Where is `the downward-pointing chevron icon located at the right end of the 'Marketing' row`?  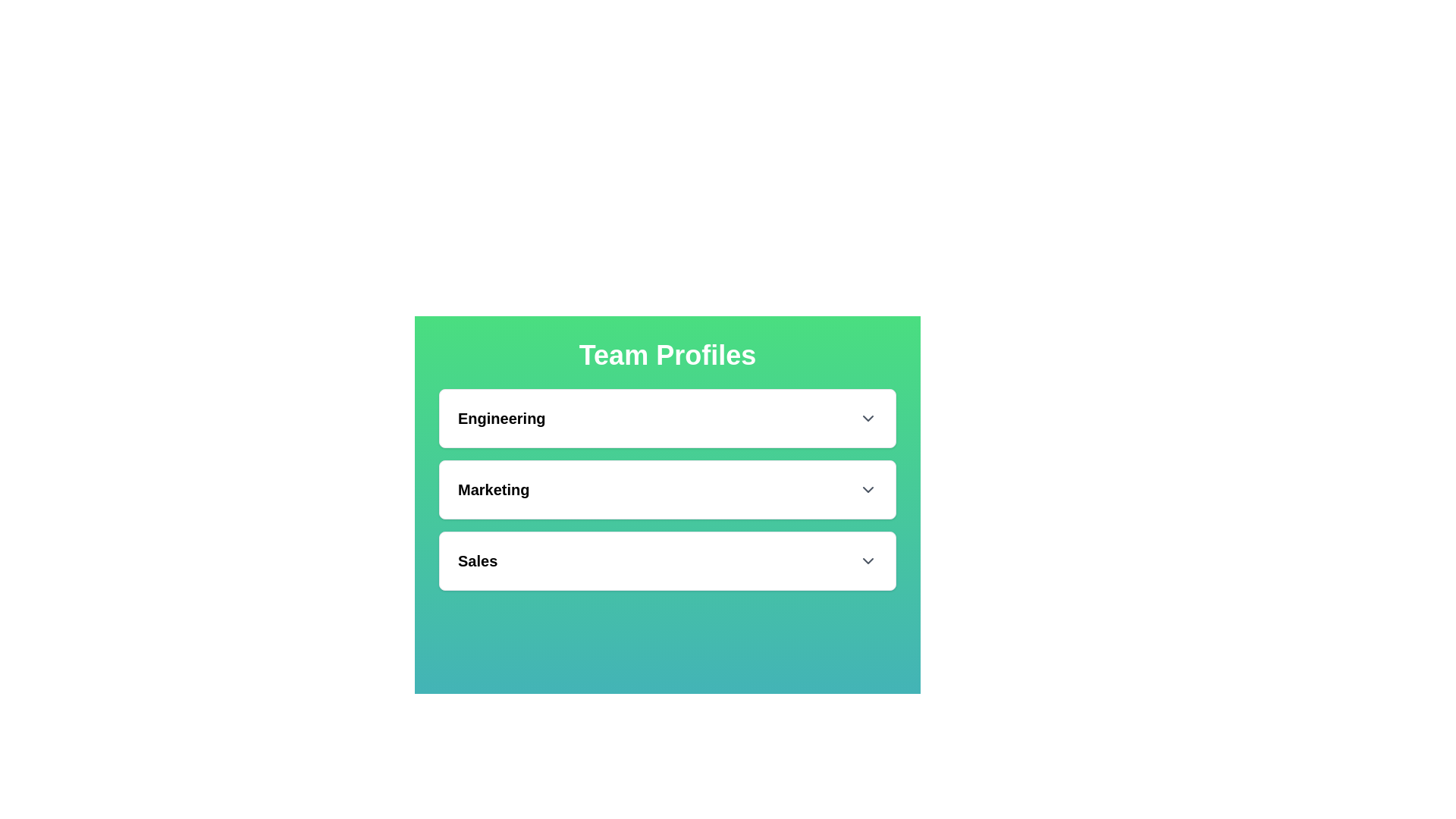 the downward-pointing chevron icon located at the right end of the 'Marketing' row is located at coordinates (868, 489).